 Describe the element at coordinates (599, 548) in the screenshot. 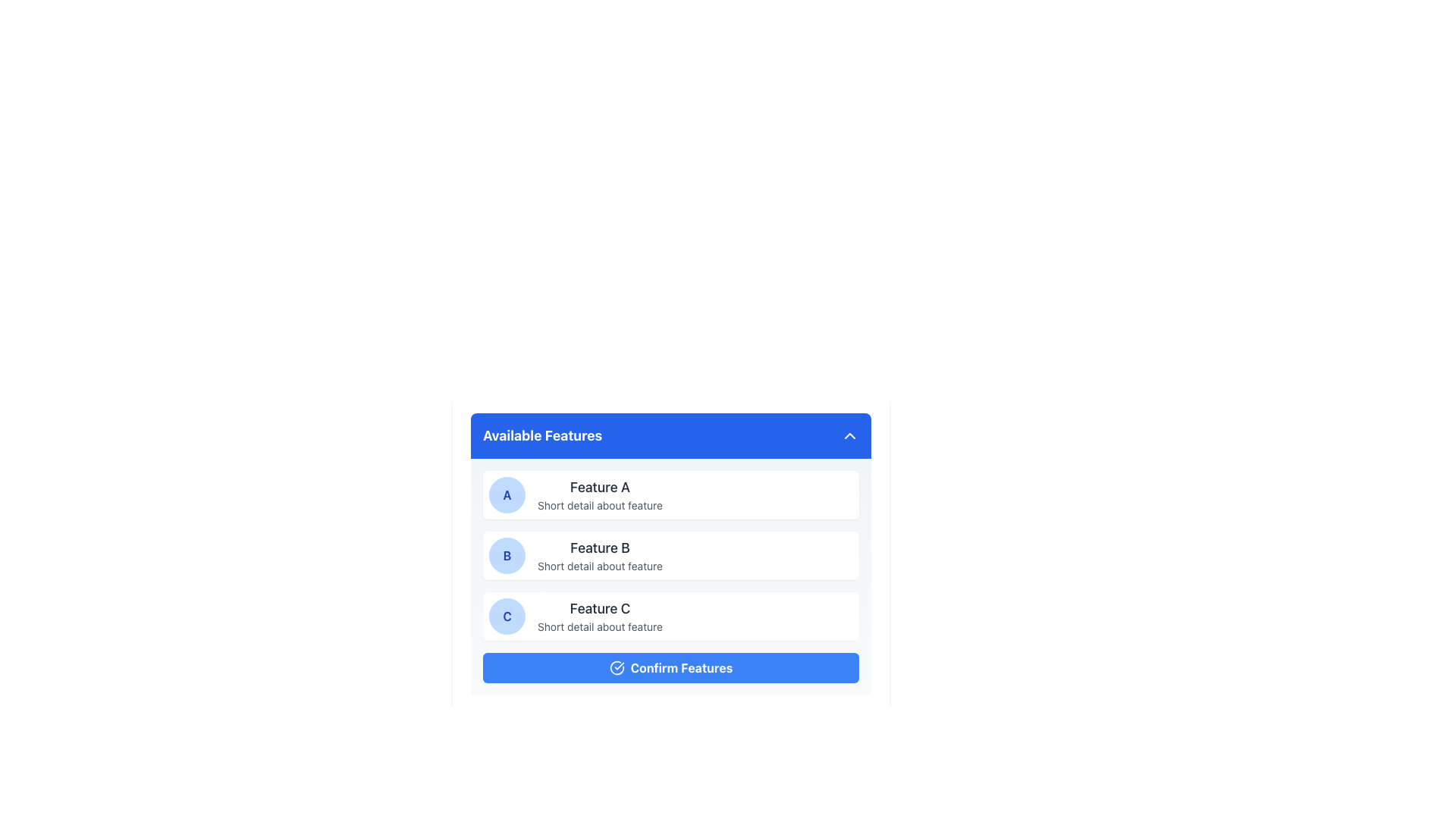

I see `text element displaying 'Feature B' in bold, dark gray font located in the second row of the 'Available Features' section` at that location.